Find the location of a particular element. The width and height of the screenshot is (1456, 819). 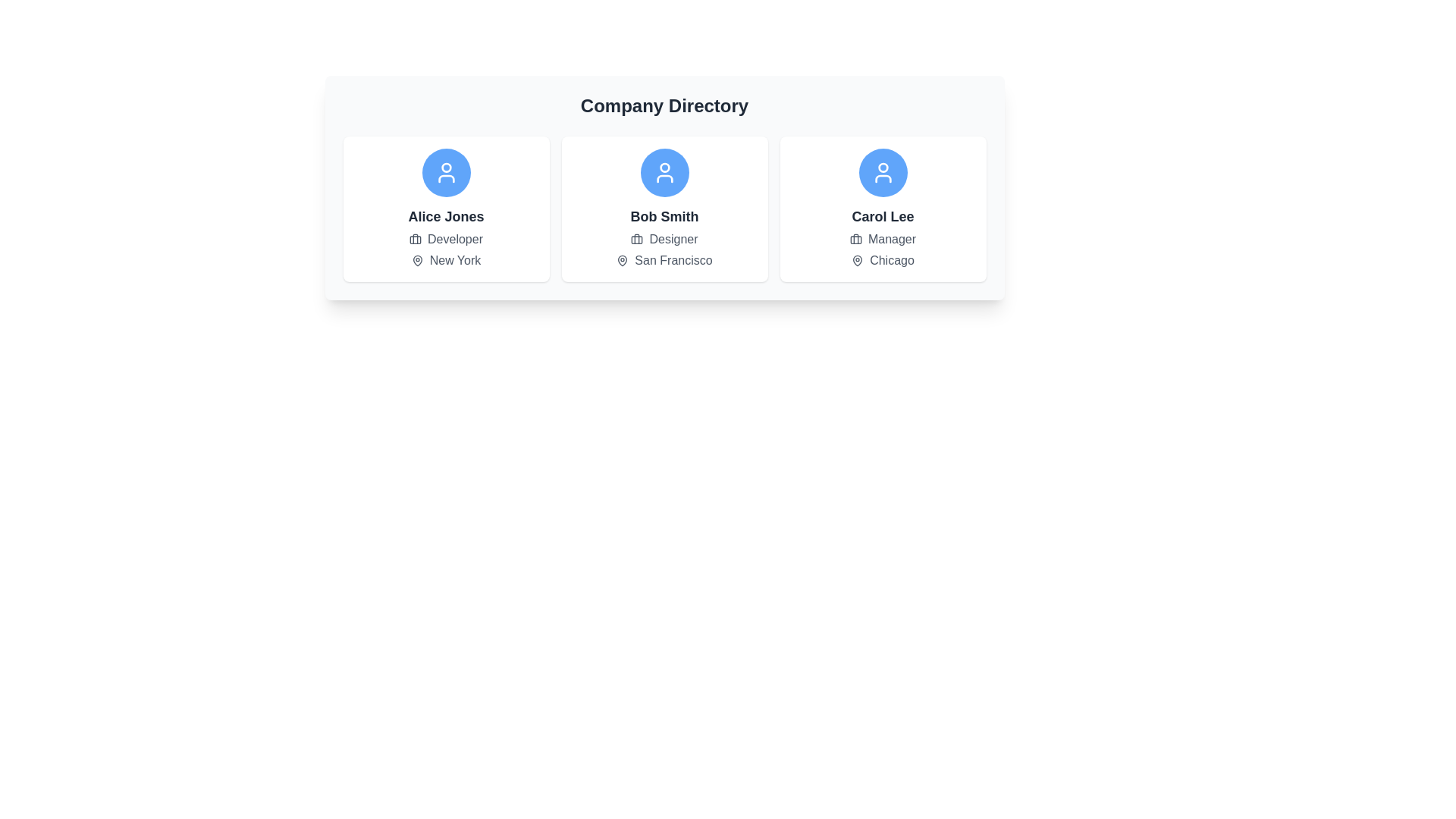

SVG graphic element that represents the lower portion of a user silhouette icon using developer tools is located at coordinates (883, 177).